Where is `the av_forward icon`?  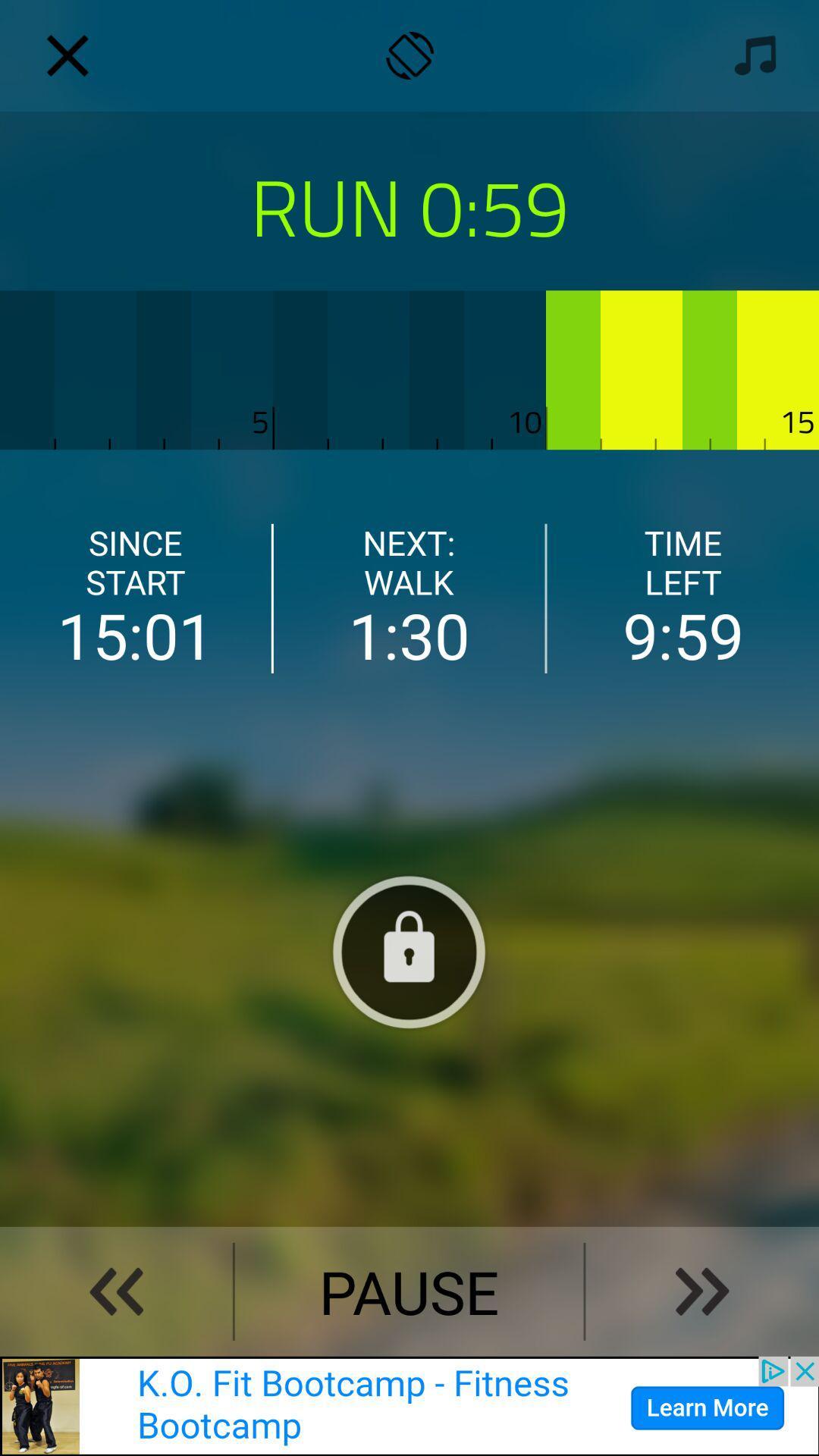 the av_forward icon is located at coordinates (702, 1291).